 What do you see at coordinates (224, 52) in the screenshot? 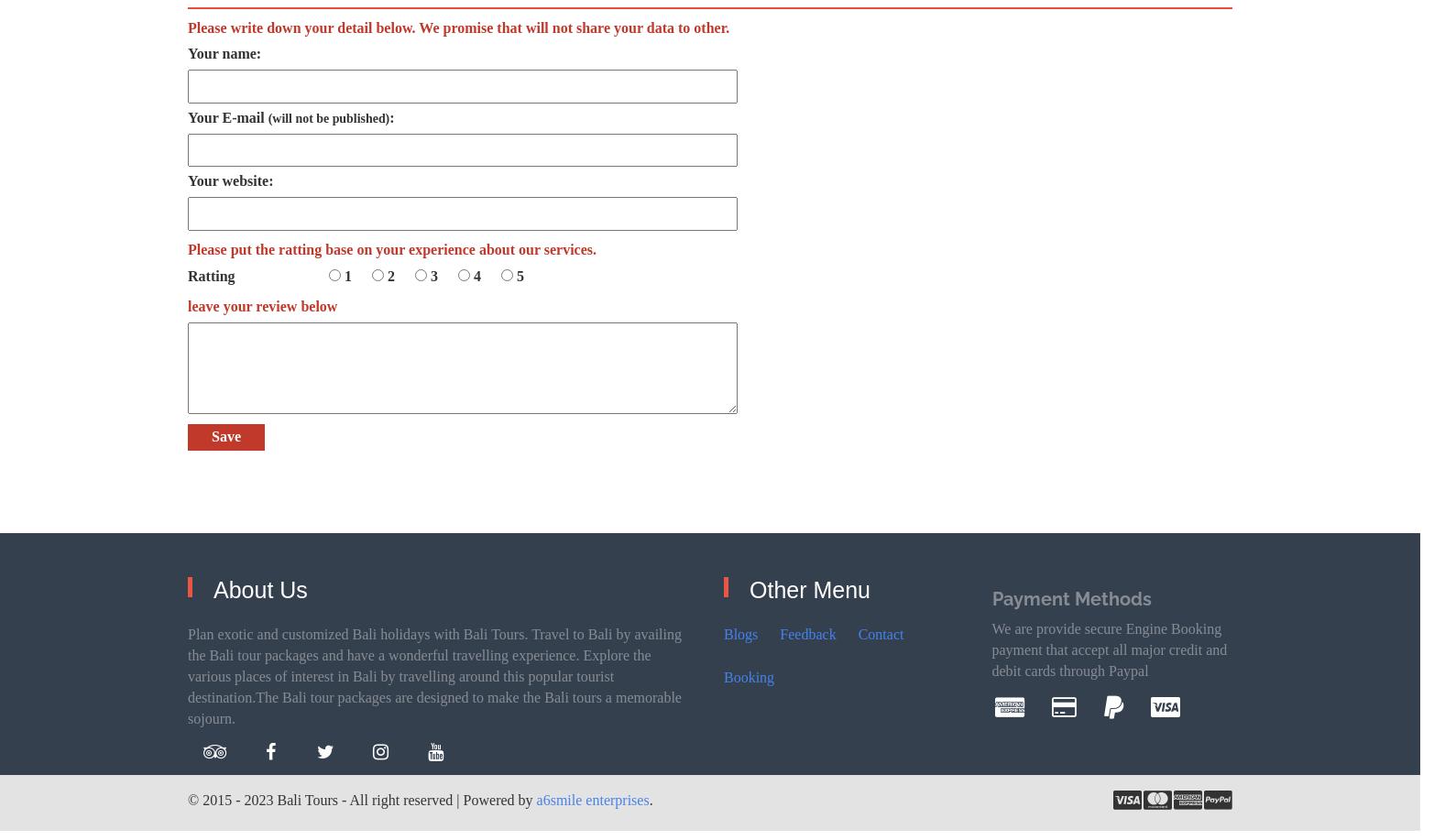
I see `'Your name:'` at bounding box center [224, 52].